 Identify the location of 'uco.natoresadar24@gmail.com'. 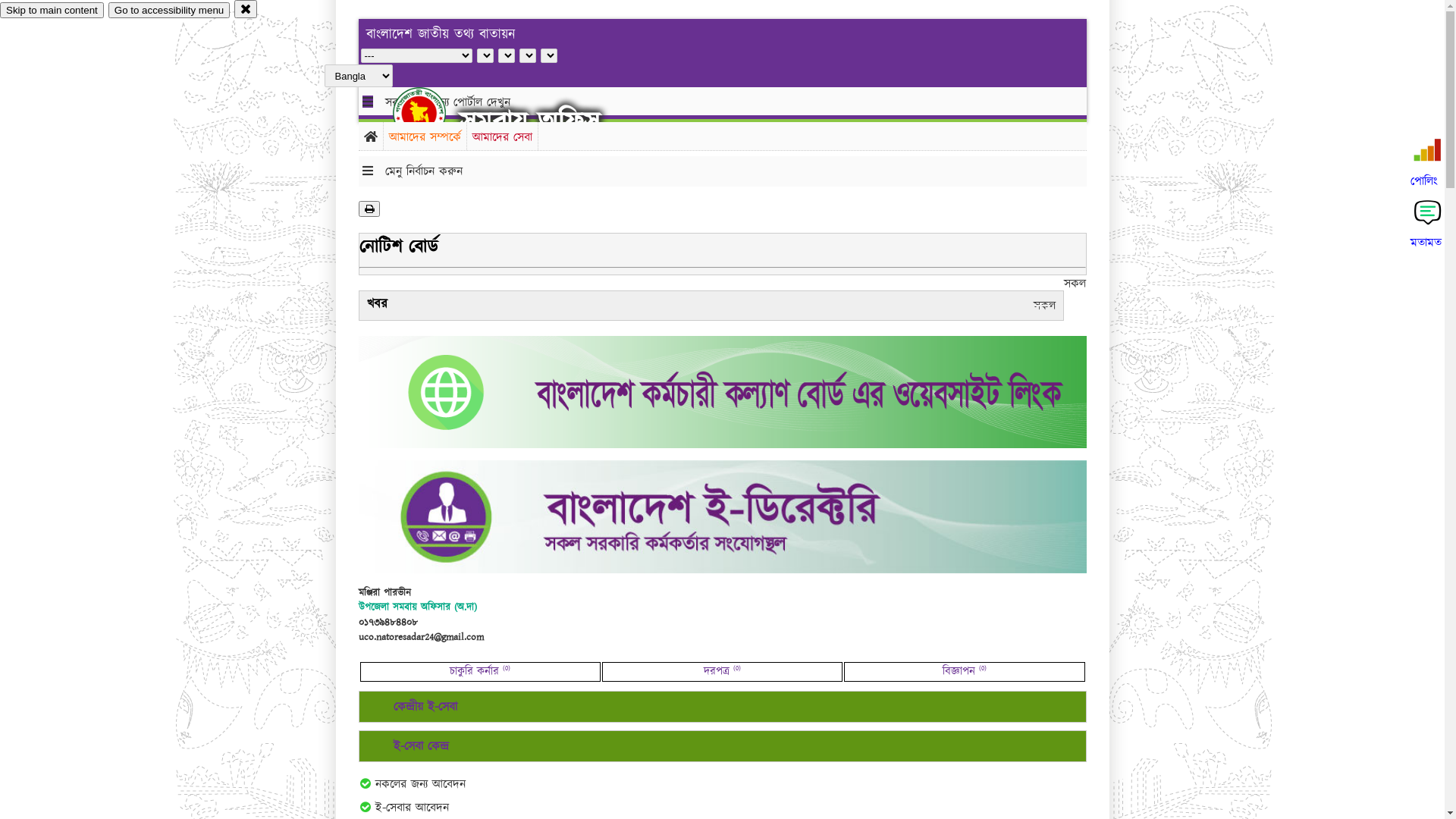
(420, 637).